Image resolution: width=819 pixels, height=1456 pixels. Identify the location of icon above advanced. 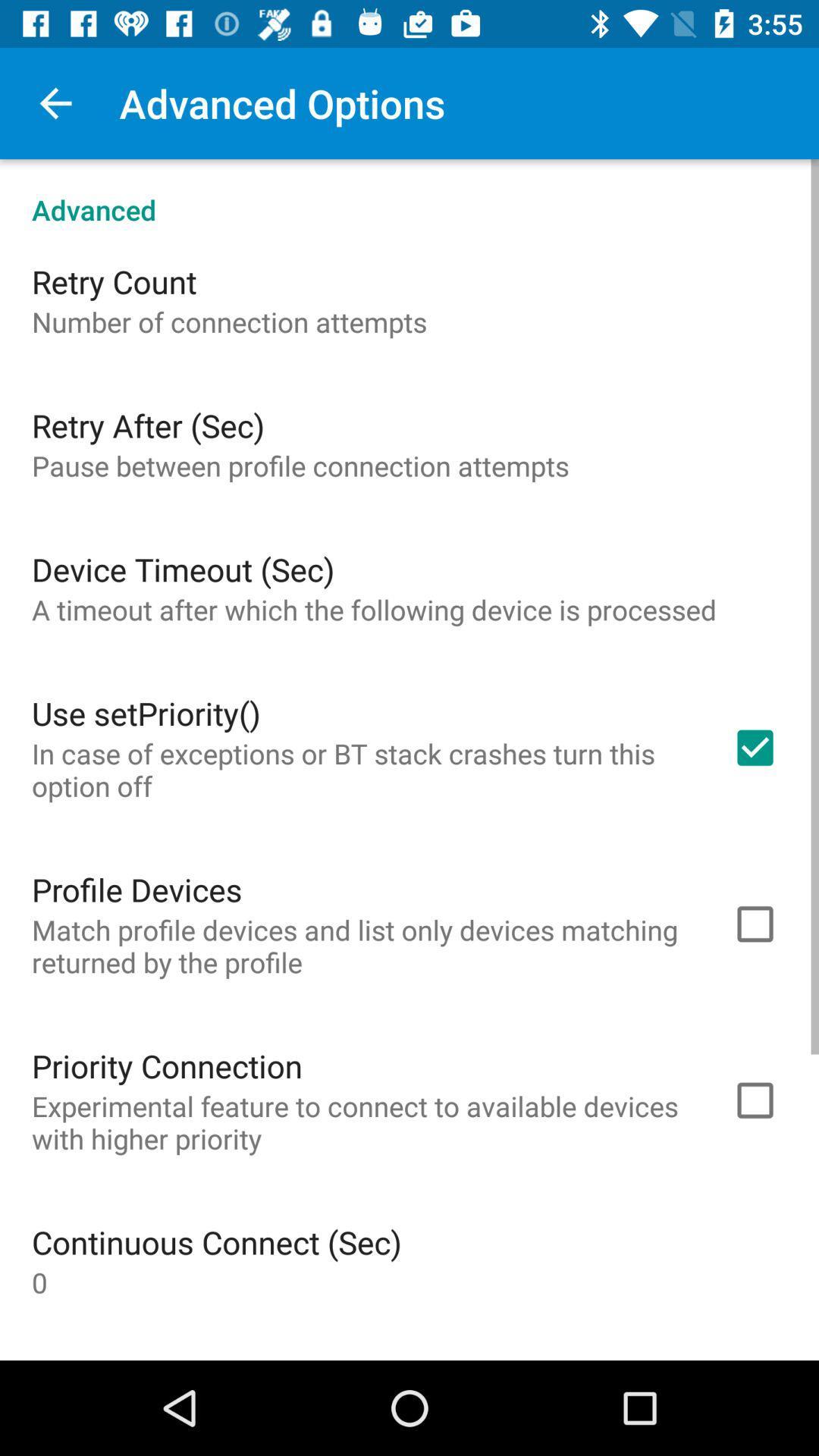
(55, 102).